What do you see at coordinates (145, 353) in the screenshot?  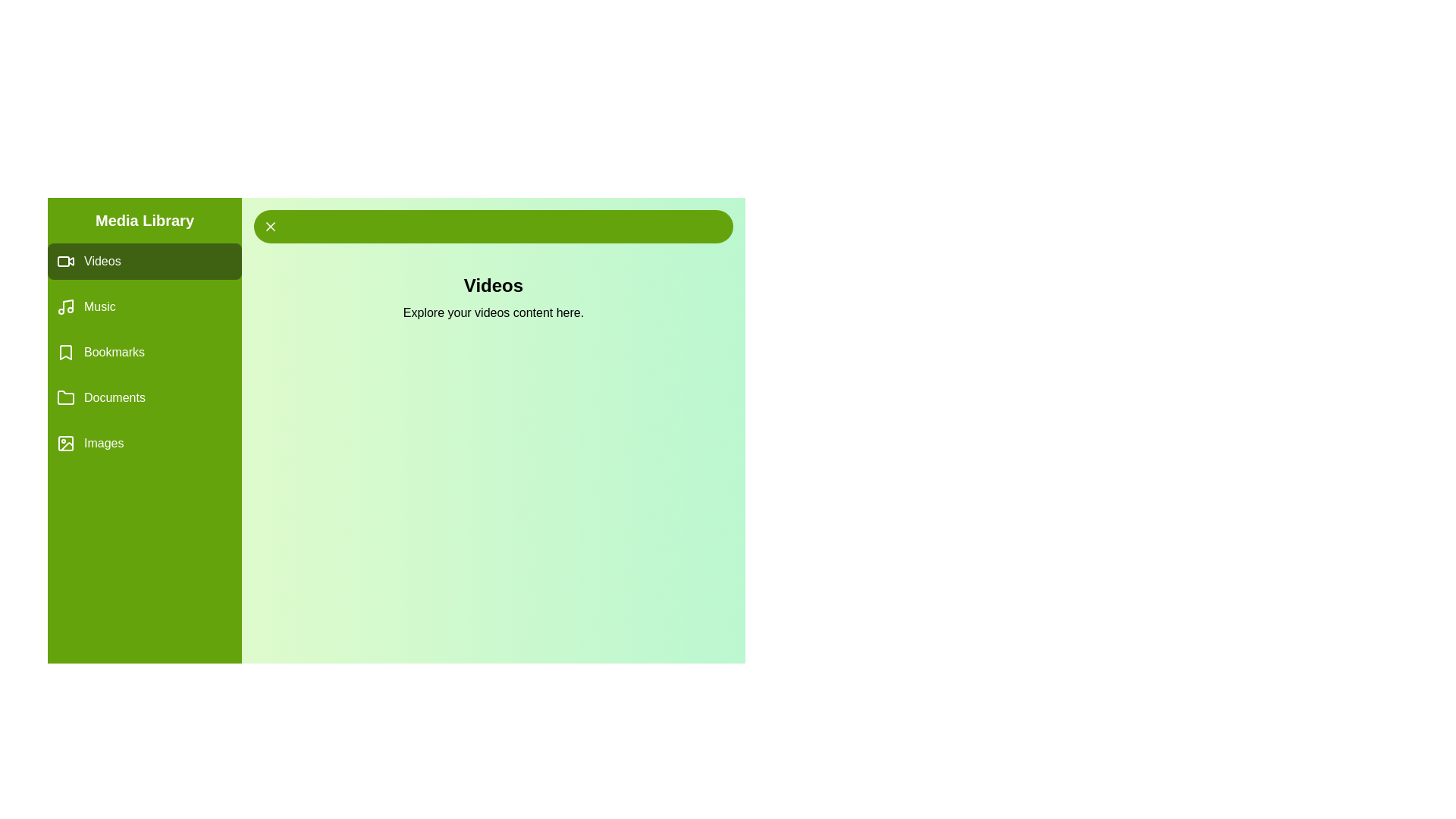 I see `the Bookmarks tab by clicking on its label in the drawer` at bounding box center [145, 353].